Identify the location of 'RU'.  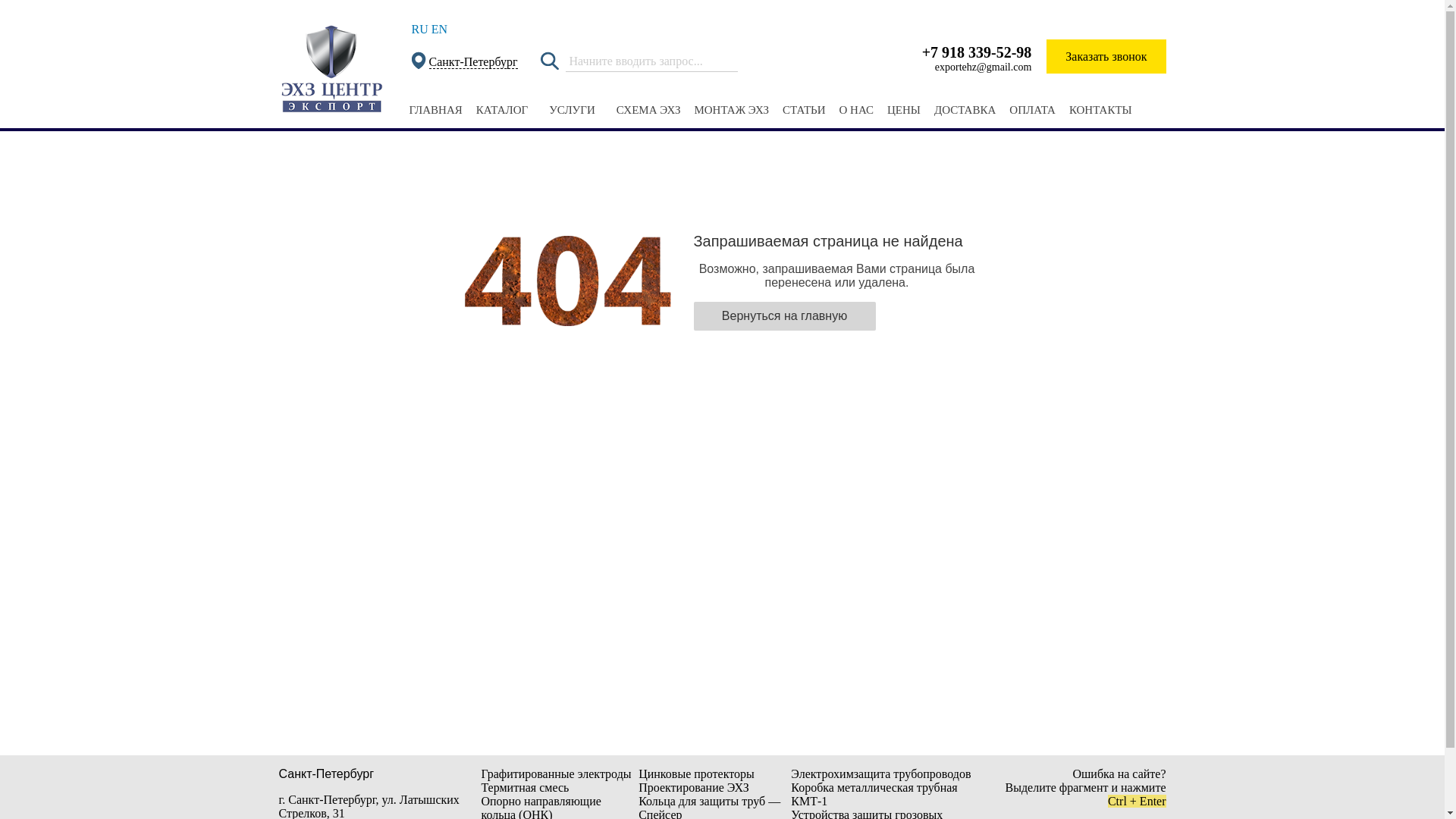
(411, 29).